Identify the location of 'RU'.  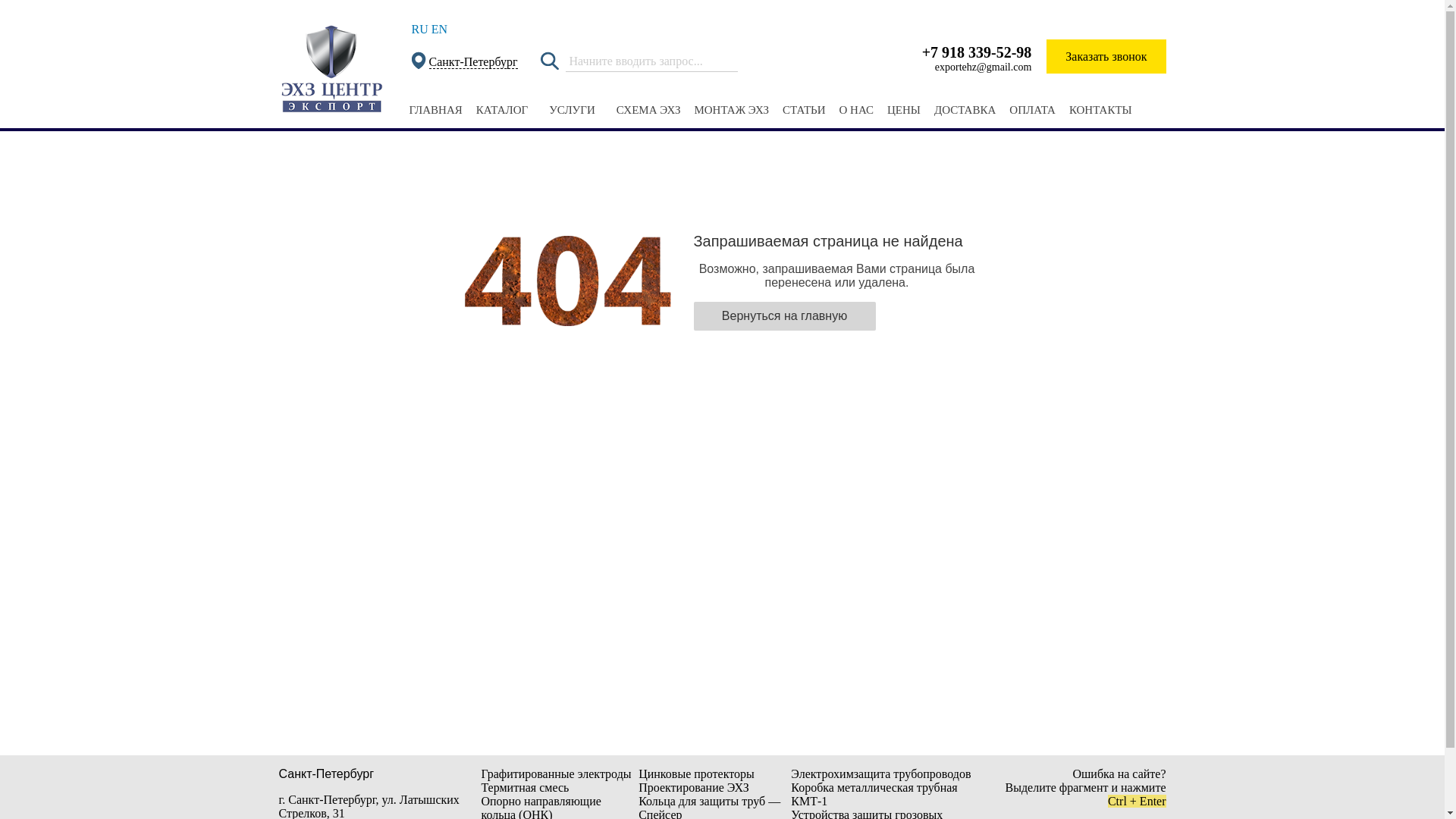
(411, 29).